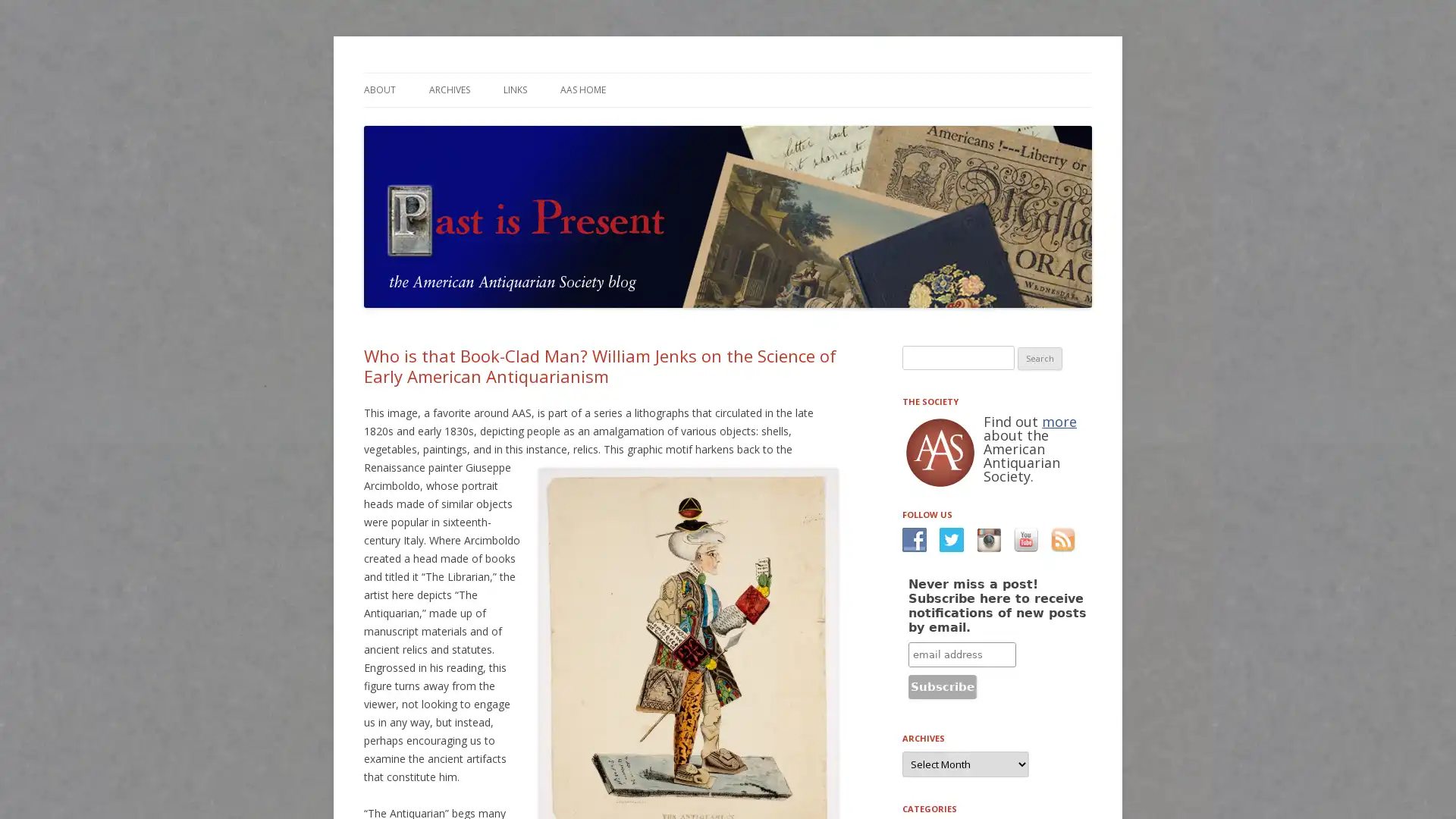 The image size is (1456, 819). I want to click on Search, so click(1039, 359).